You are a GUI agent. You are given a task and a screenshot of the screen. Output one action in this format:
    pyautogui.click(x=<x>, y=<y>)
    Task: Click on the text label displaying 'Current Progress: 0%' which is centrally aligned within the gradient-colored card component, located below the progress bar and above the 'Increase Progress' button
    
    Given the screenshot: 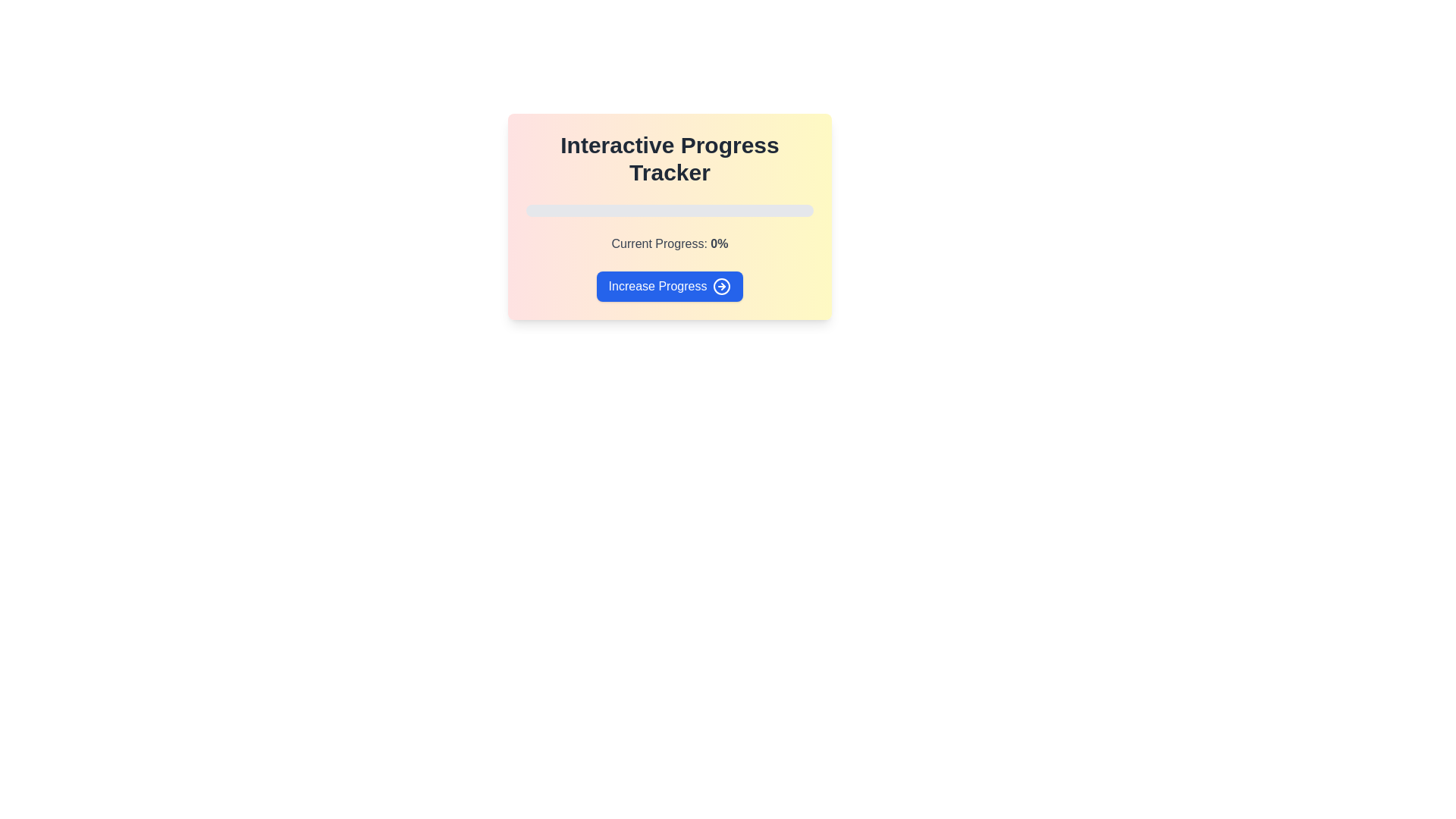 What is the action you would take?
    pyautogui.click(x=669, y=243)
    